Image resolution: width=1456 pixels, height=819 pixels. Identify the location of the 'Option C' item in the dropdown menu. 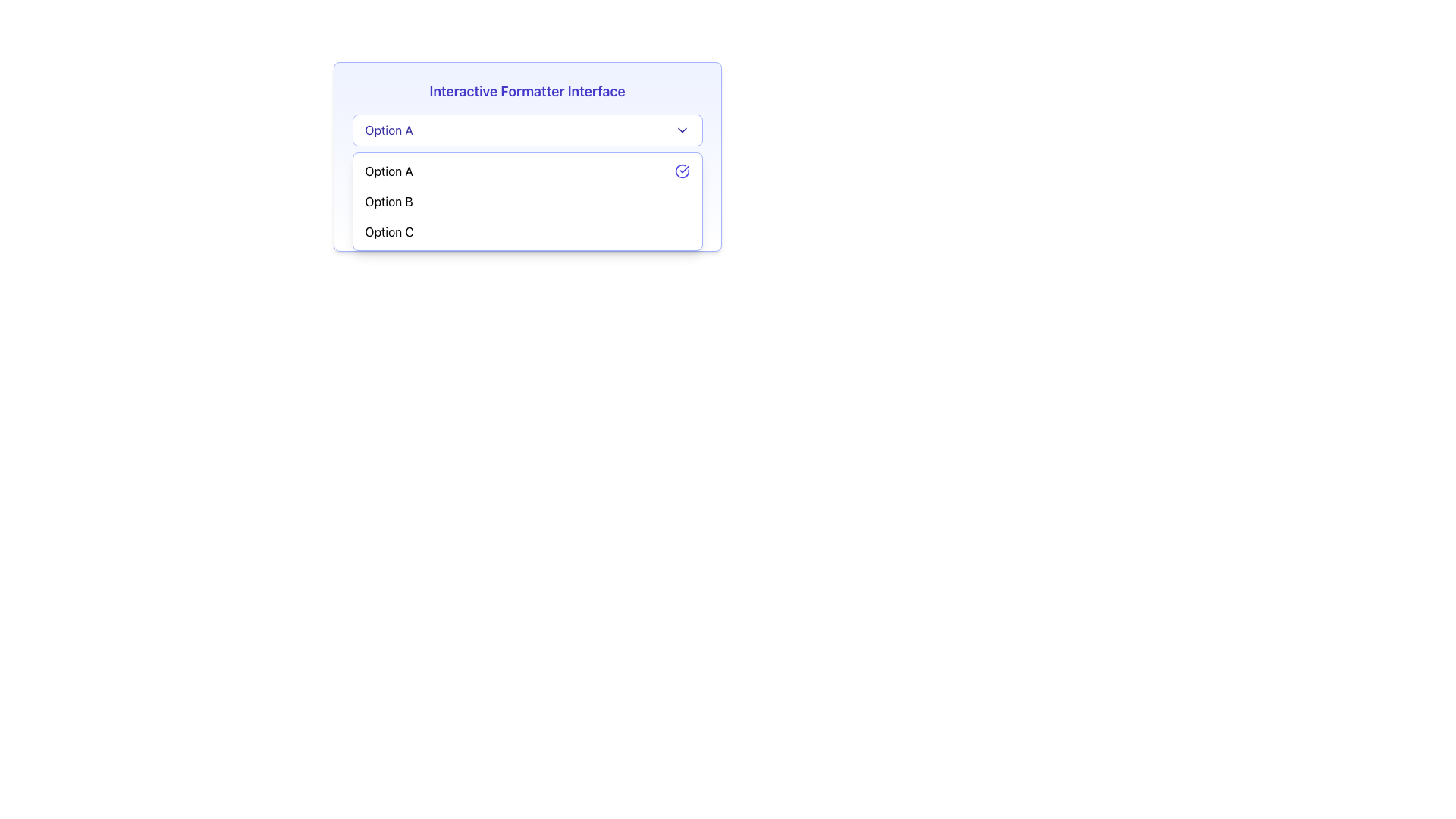
(527, 231).